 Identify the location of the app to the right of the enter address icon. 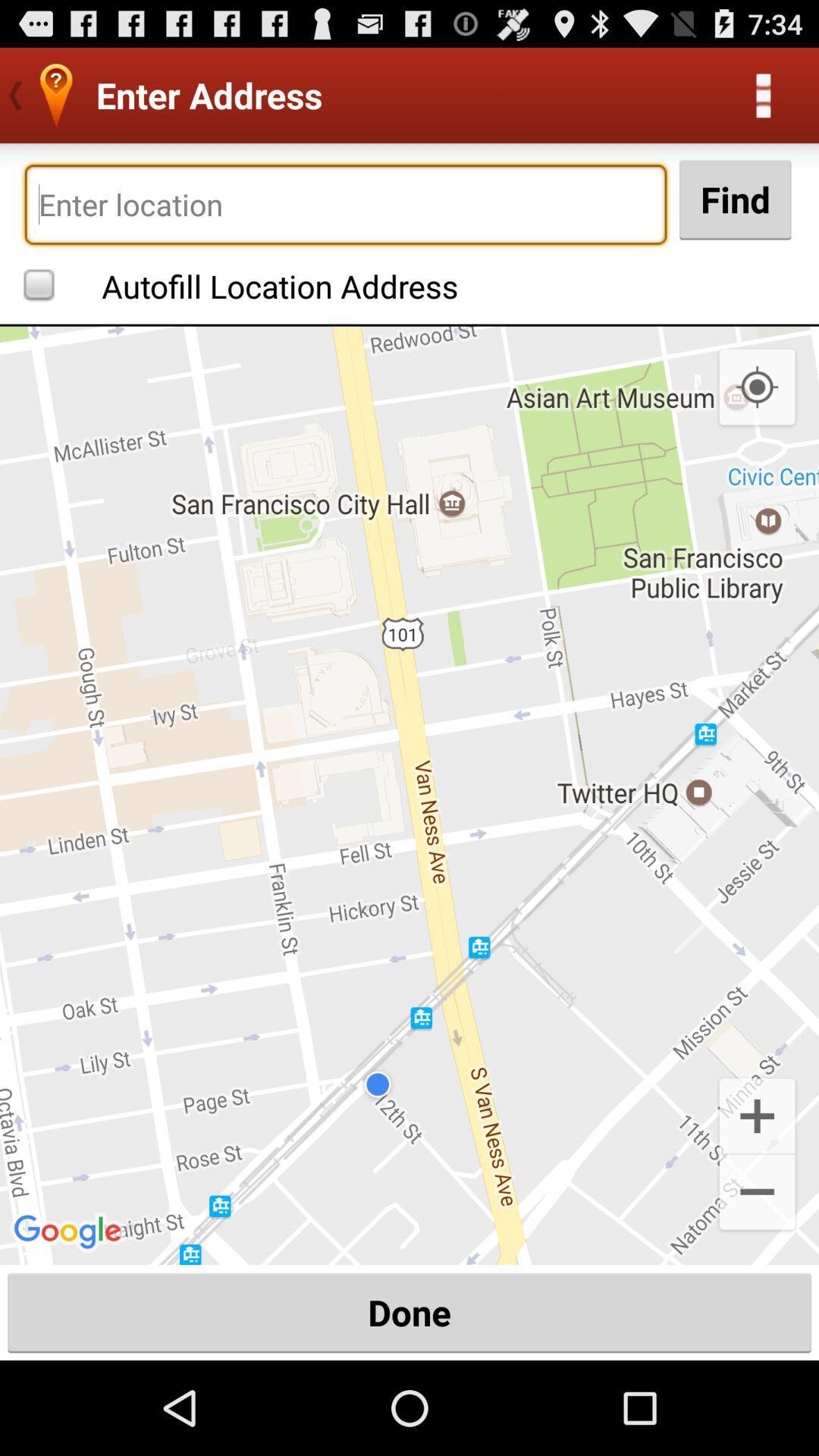
(763, 94).